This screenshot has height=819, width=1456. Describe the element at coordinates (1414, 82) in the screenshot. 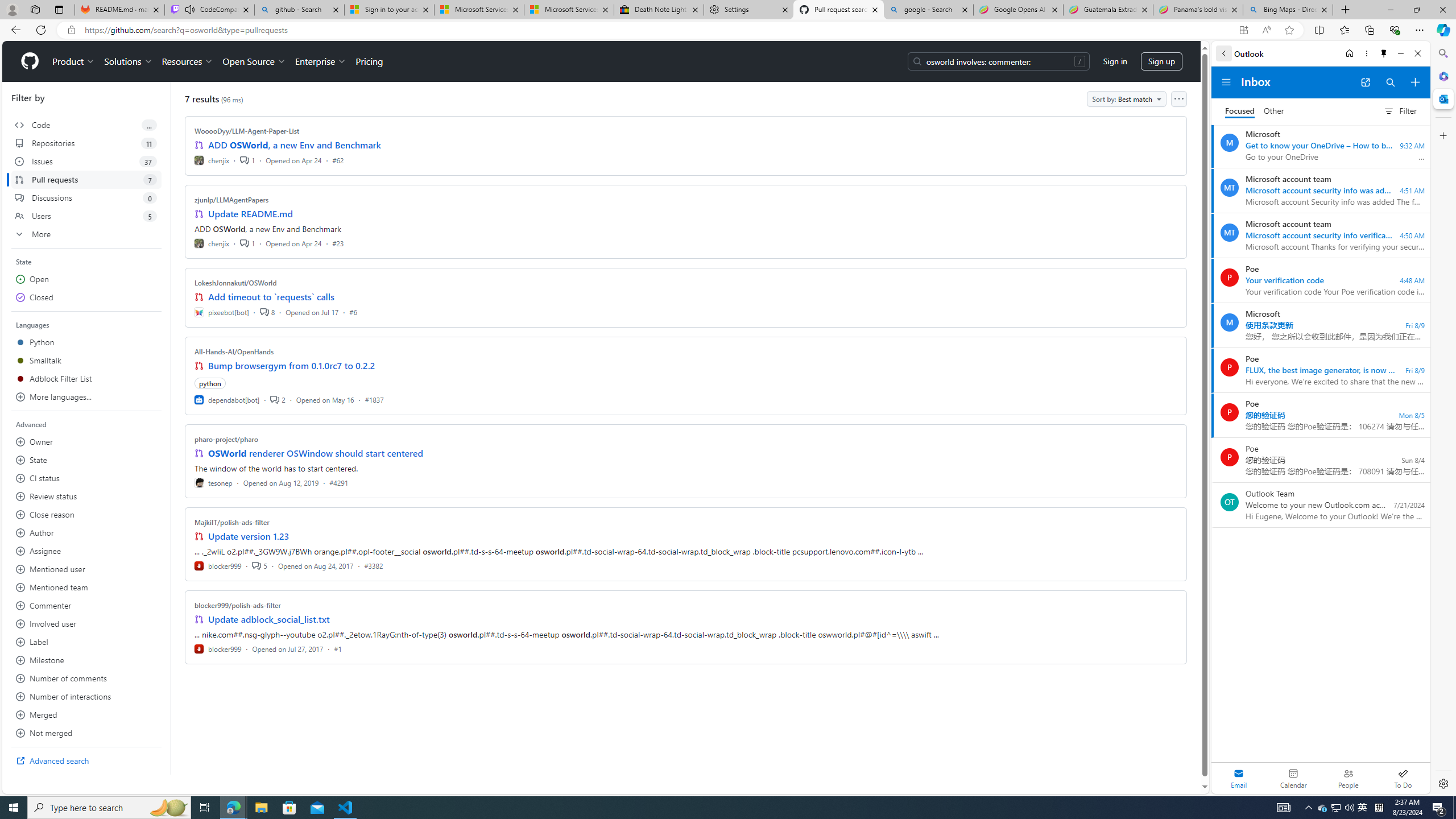

I see `'Compose new mail'` at that location.